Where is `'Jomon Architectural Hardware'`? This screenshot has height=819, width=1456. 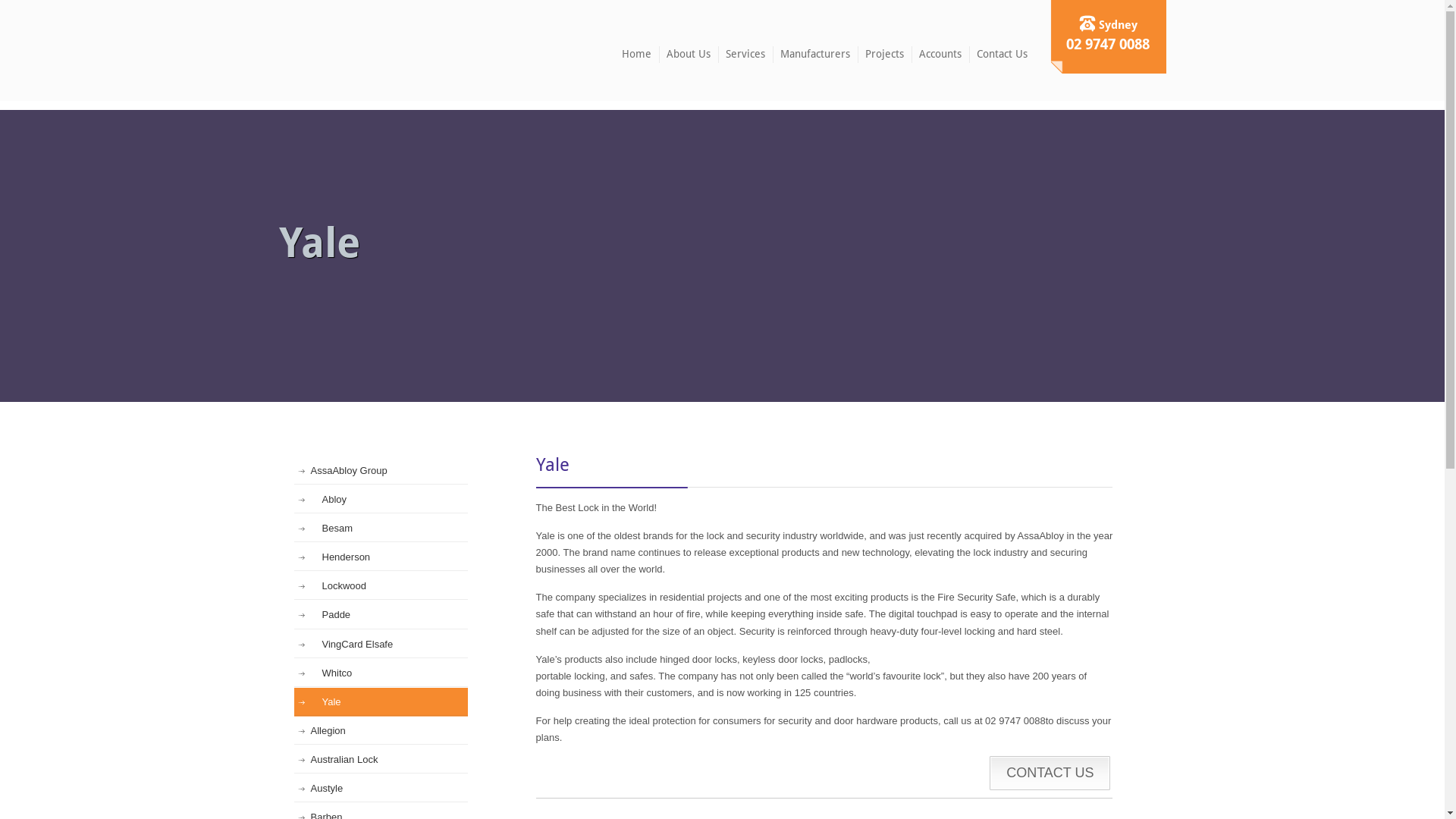
'Jomon Architectural Hardware' is located at coordinates (344, 49).